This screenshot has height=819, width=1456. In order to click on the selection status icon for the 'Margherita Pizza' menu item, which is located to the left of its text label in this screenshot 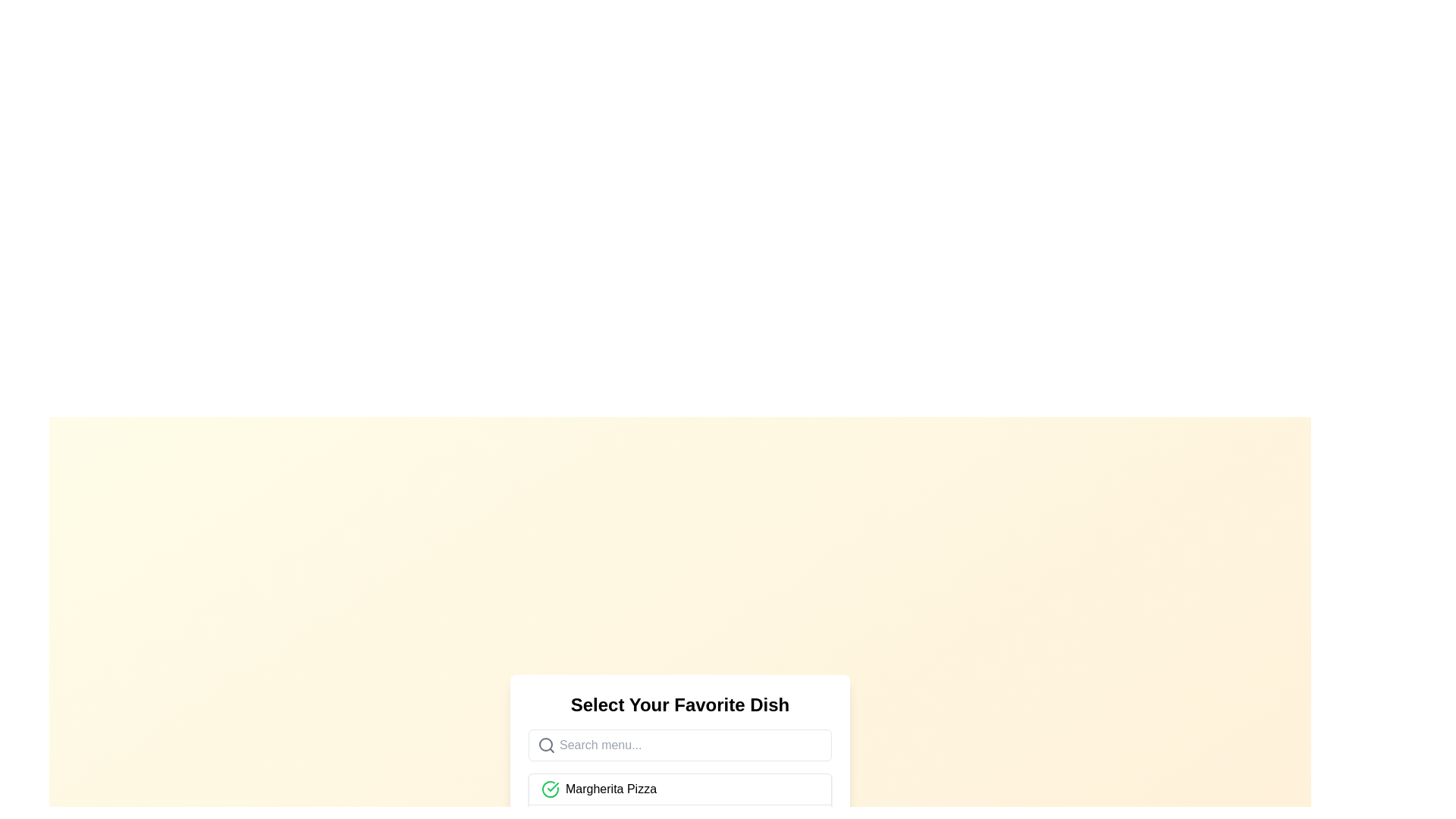, I will do `click(549, 788)`.